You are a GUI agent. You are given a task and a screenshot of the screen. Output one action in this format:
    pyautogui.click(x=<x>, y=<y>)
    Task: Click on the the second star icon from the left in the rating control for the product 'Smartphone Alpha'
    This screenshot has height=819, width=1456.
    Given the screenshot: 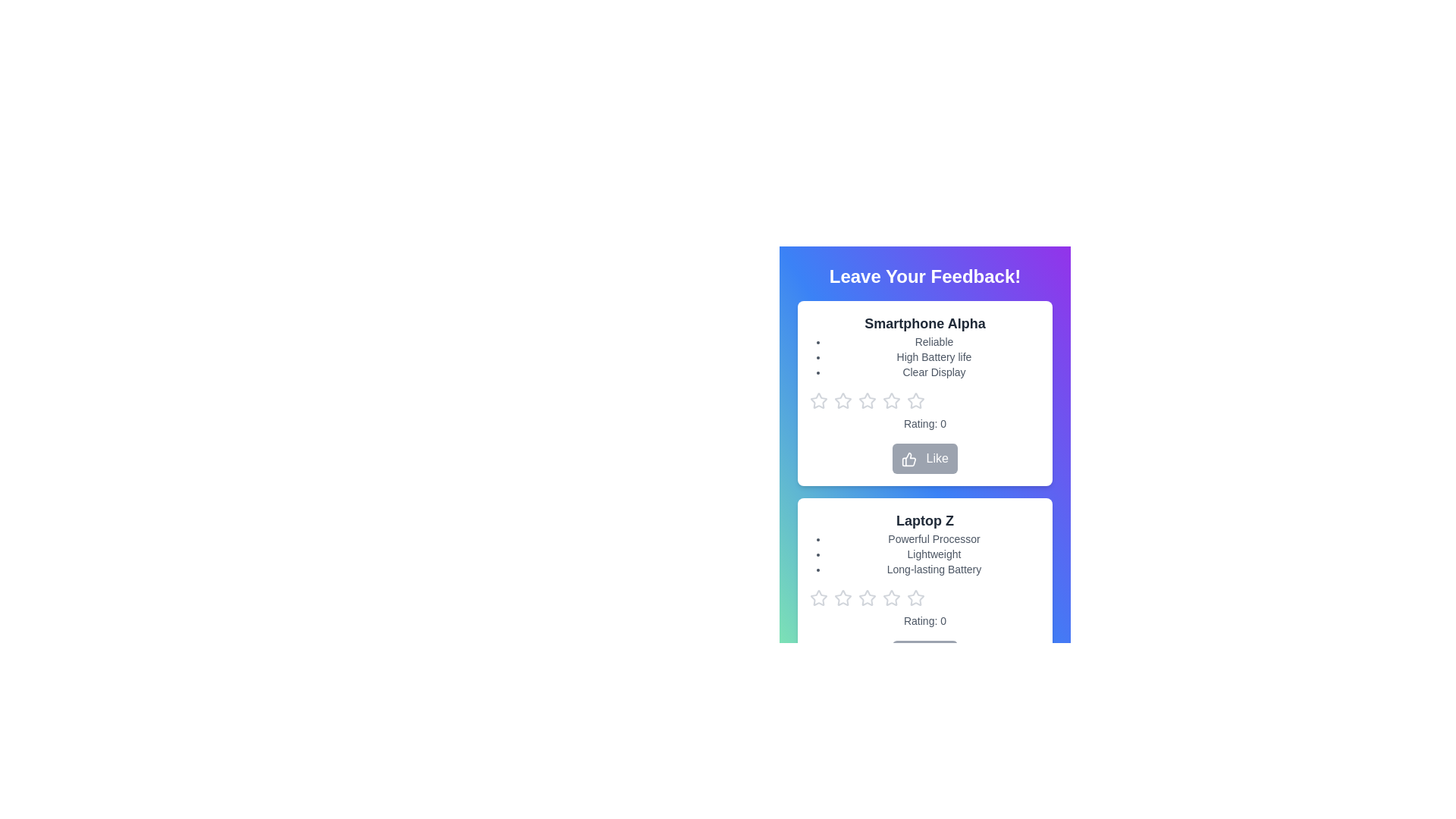 What is the action you would take?
    pyautogui.click(x=843, y=400)
    